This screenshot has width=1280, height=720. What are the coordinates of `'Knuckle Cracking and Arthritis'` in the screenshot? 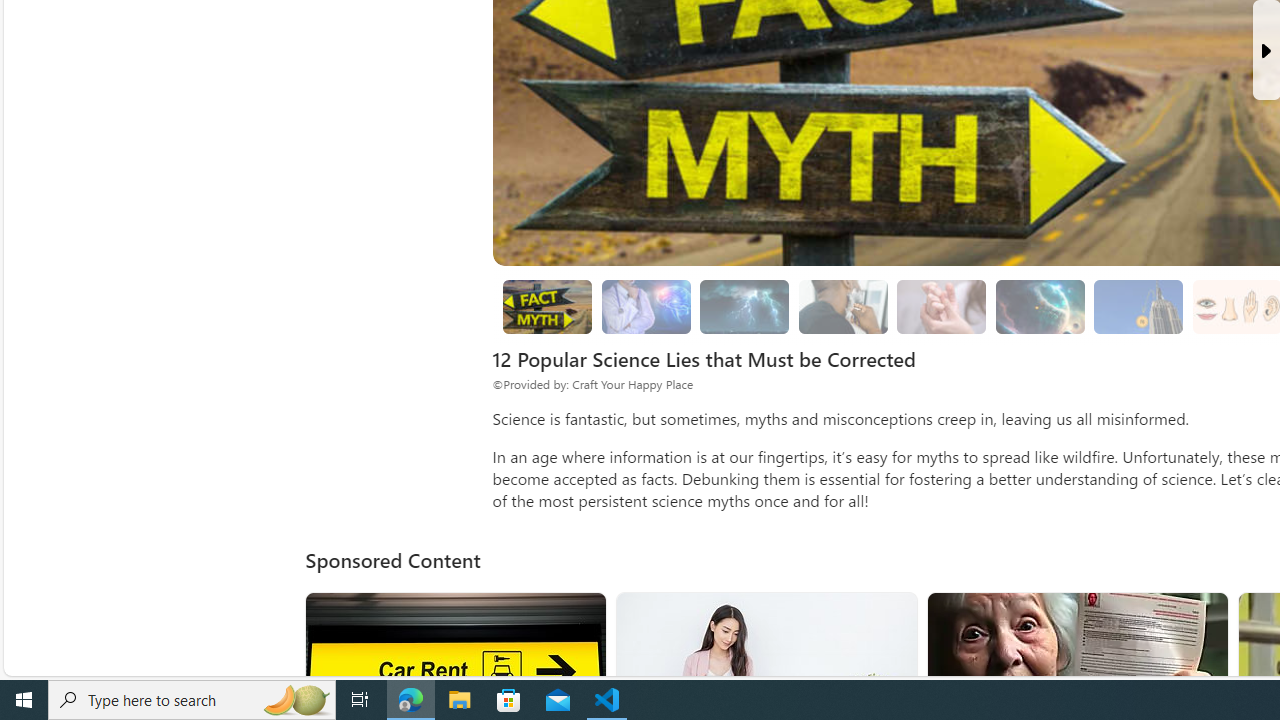 It's located at (940, 307).